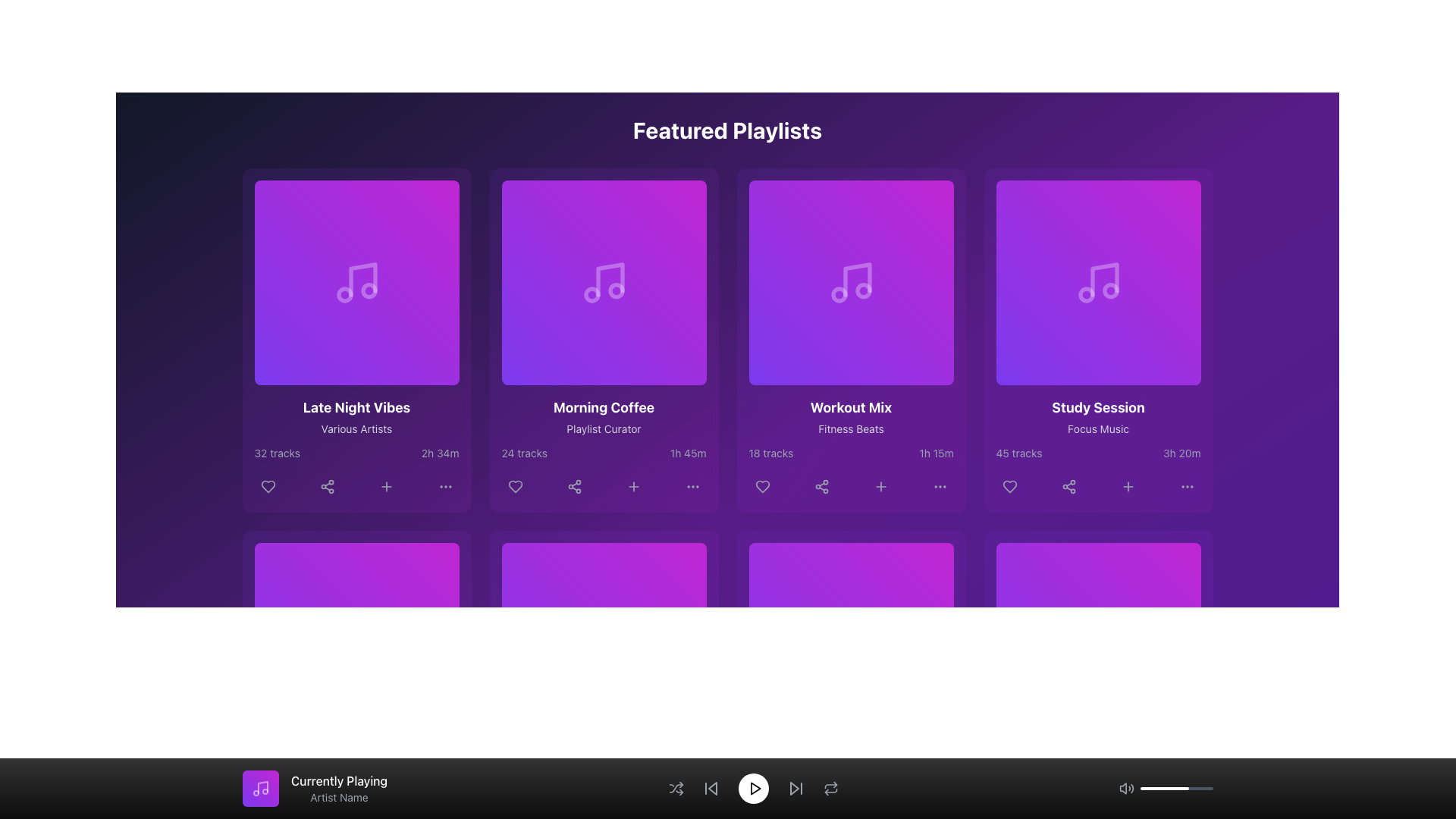 The width and height of the screenshot is (1456, 819). What do you see at coordinates (755, 788) in the screenshot?
I see `the 'Play' button, which is a circular icon located in the bottom navigation bar of the application` at bounding box center [755, 788].